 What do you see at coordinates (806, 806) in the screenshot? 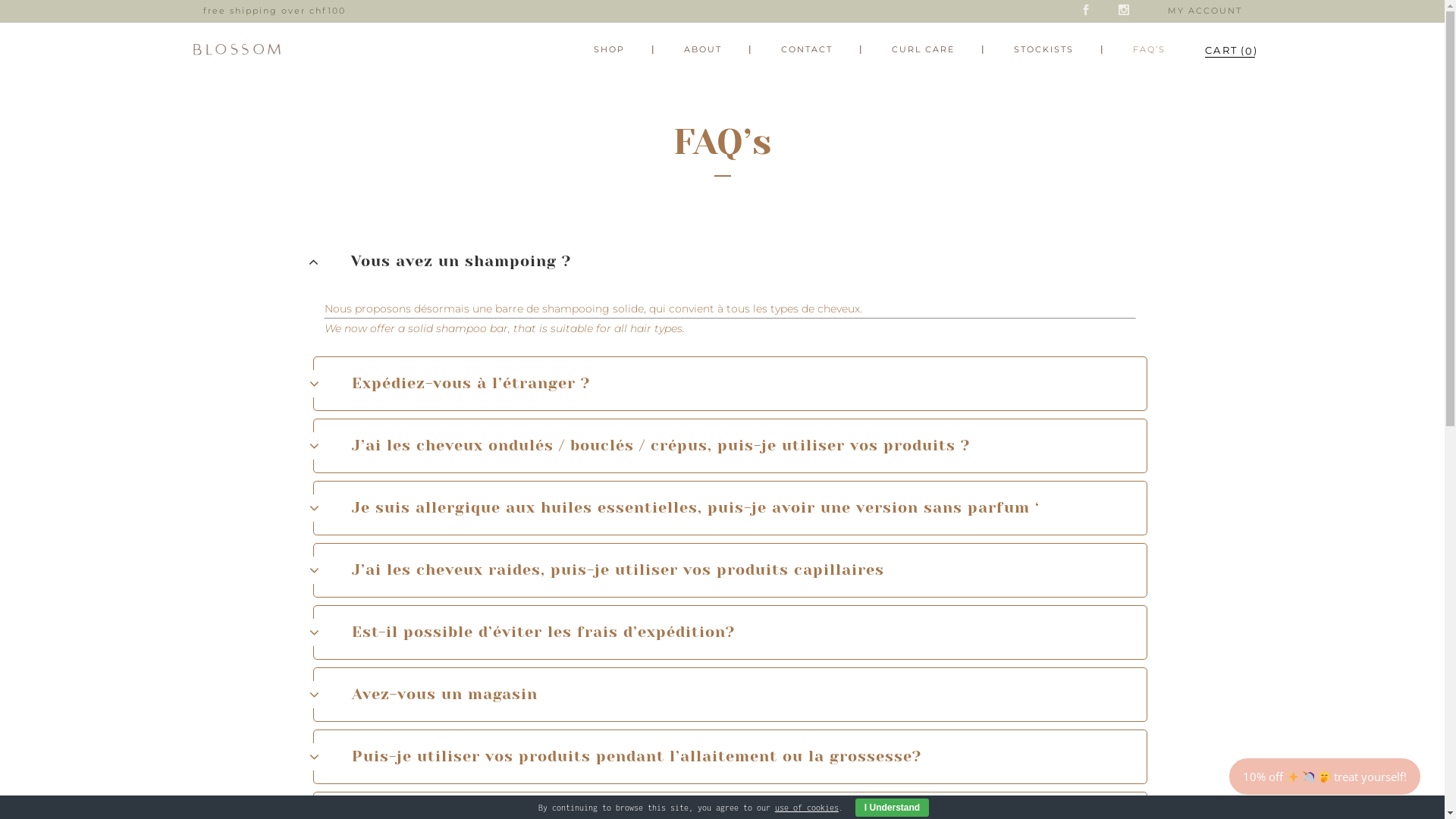
I see `'use of cookies'` at bounding box center [806, 806].